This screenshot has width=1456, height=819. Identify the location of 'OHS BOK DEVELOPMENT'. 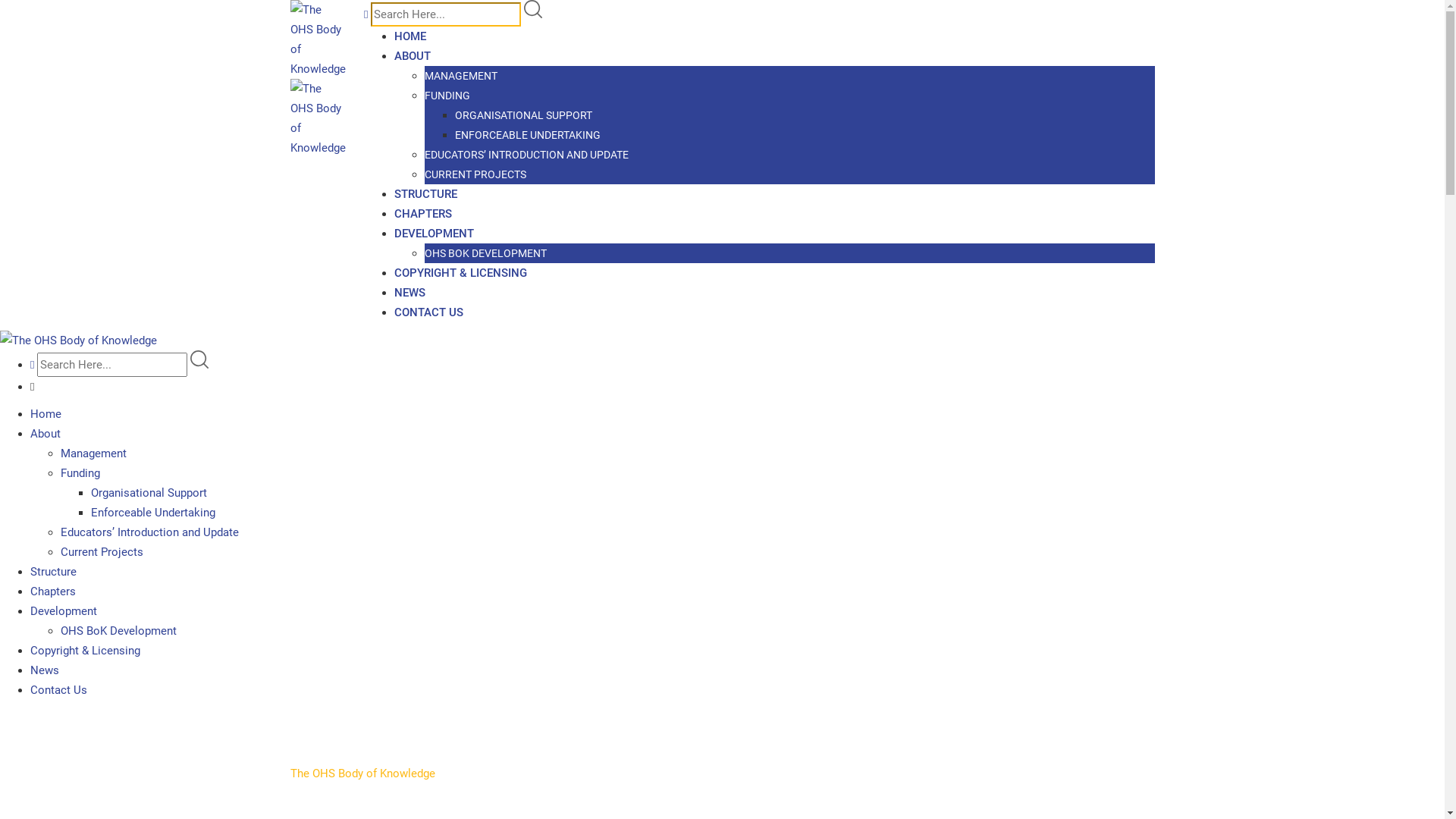
(425, 253).